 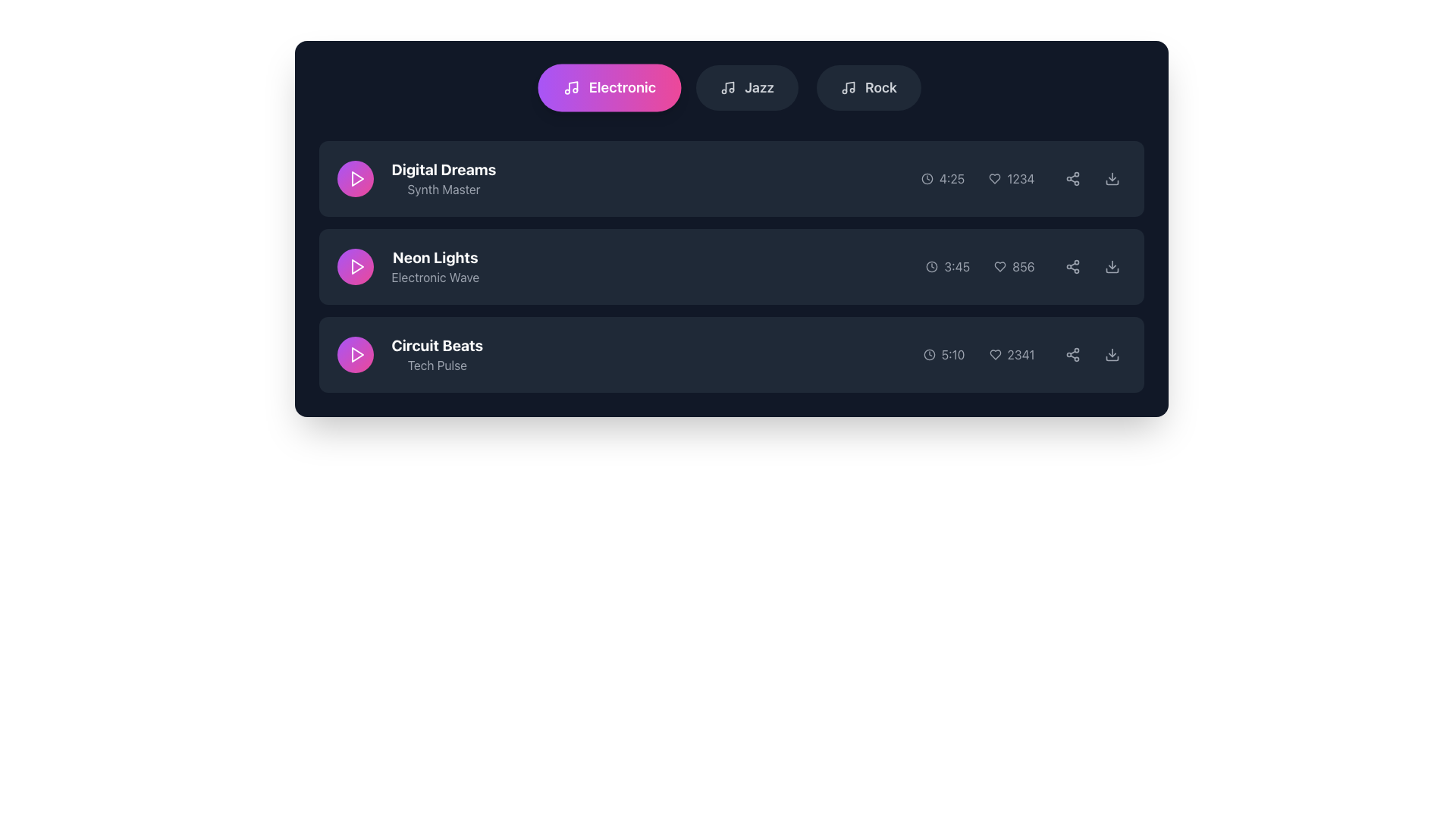 I want to click on the text label displaying '2341', which is styled in gray and located next to a heart icon in the 'Circuit Beats' row of music tracks, so click(x=1012, y=354).